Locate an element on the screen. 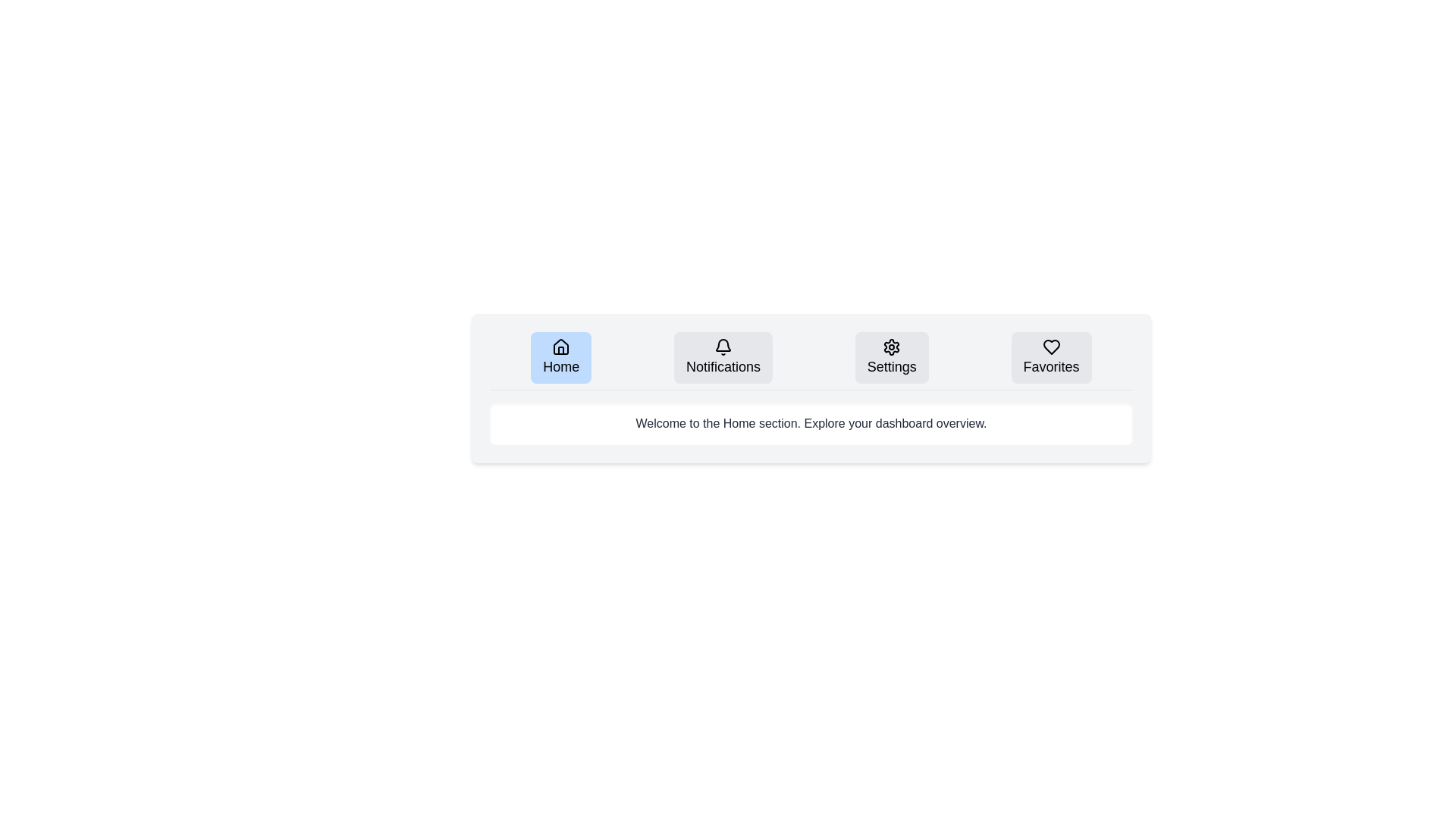 The height and width of the screenshot is (819, 1456). the Settings section by clicking on the respective tab button is located at coordinates (892, 357).